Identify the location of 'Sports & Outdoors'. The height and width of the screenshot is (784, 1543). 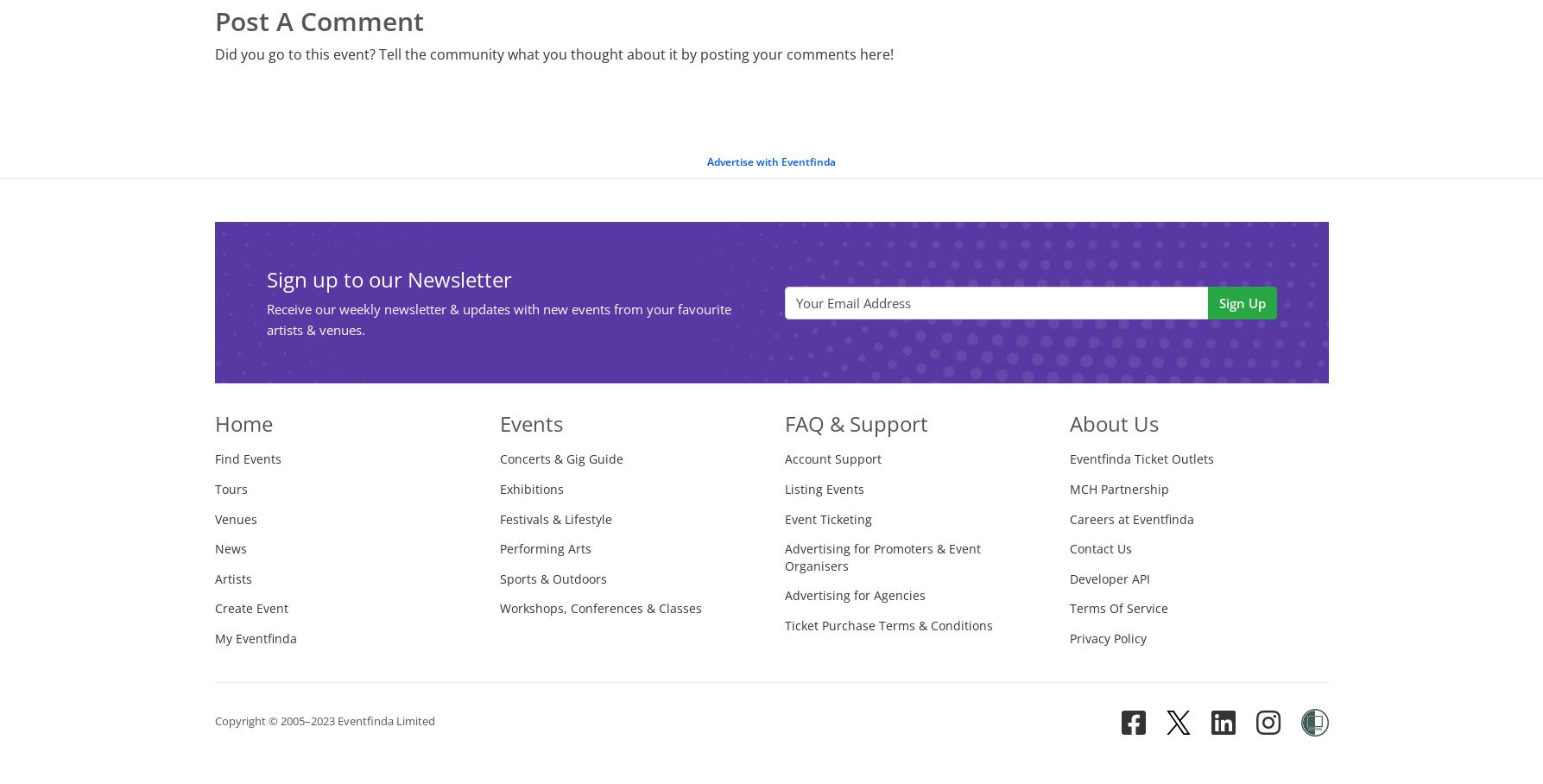
(551, 578).